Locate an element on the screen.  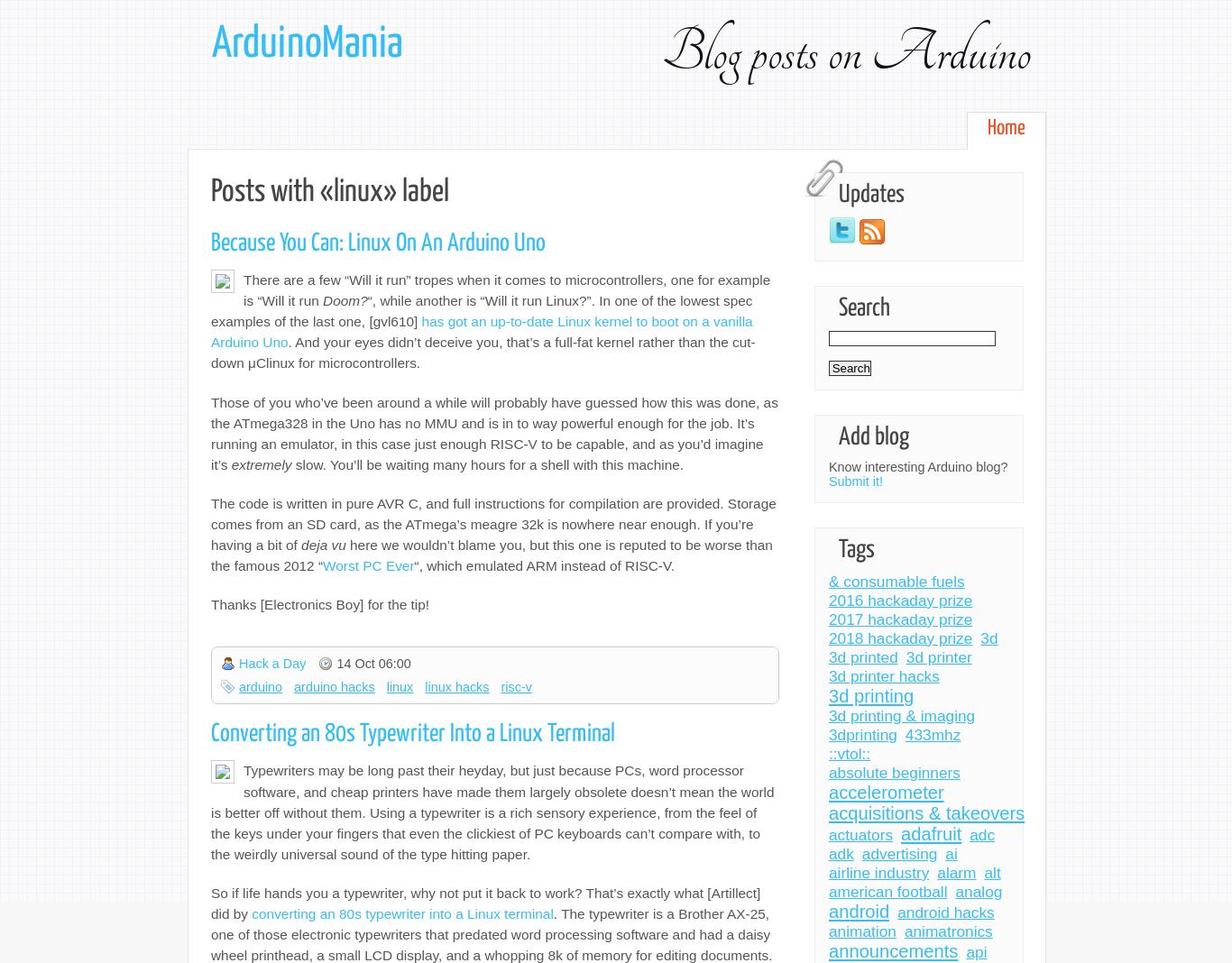
'adafruit' is located at coordinates (930, 832).